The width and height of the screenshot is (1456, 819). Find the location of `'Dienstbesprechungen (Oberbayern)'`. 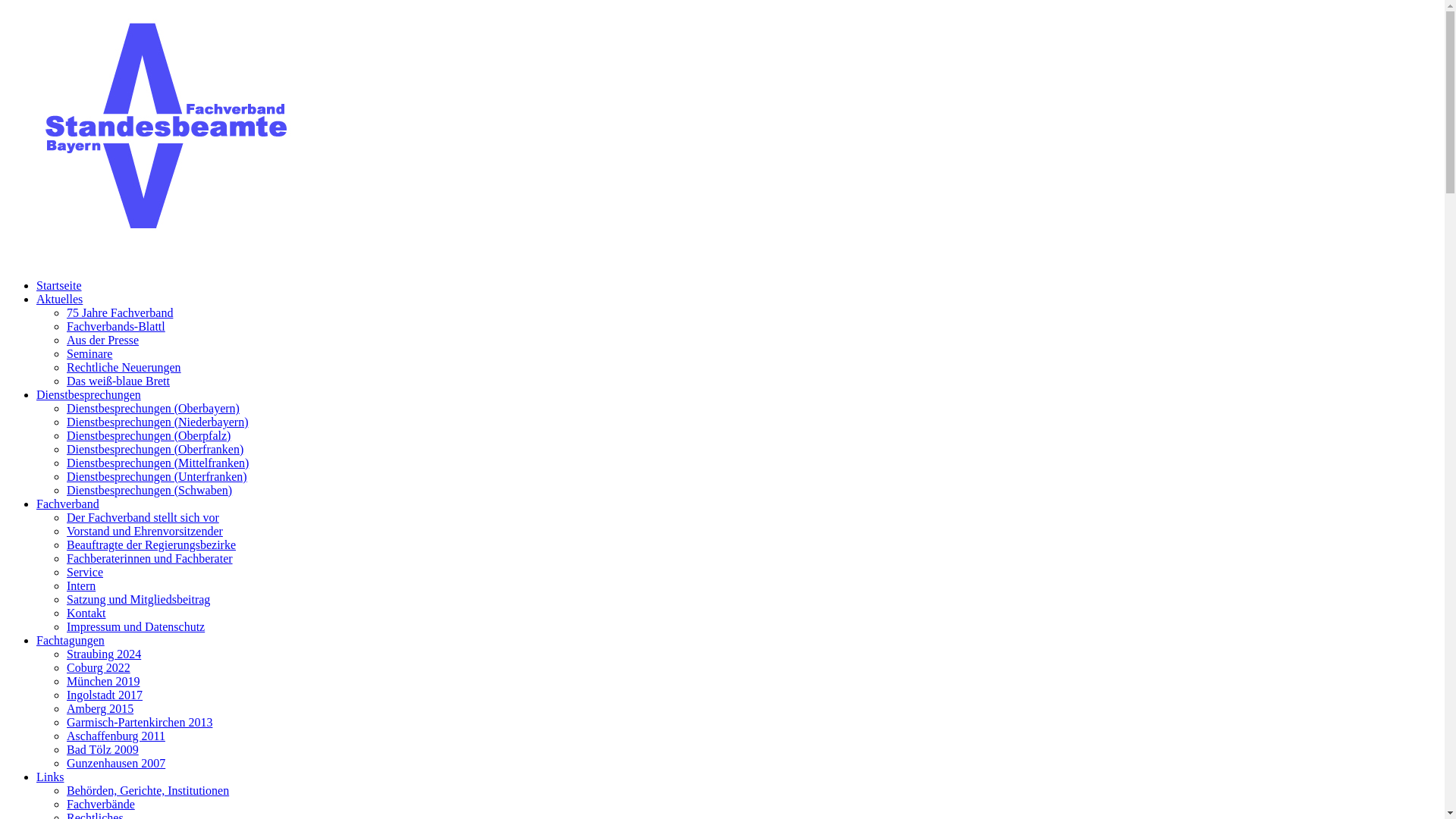

'Dienstbesprechungen (Oberbayern)' is located at coordinates (152, 407).